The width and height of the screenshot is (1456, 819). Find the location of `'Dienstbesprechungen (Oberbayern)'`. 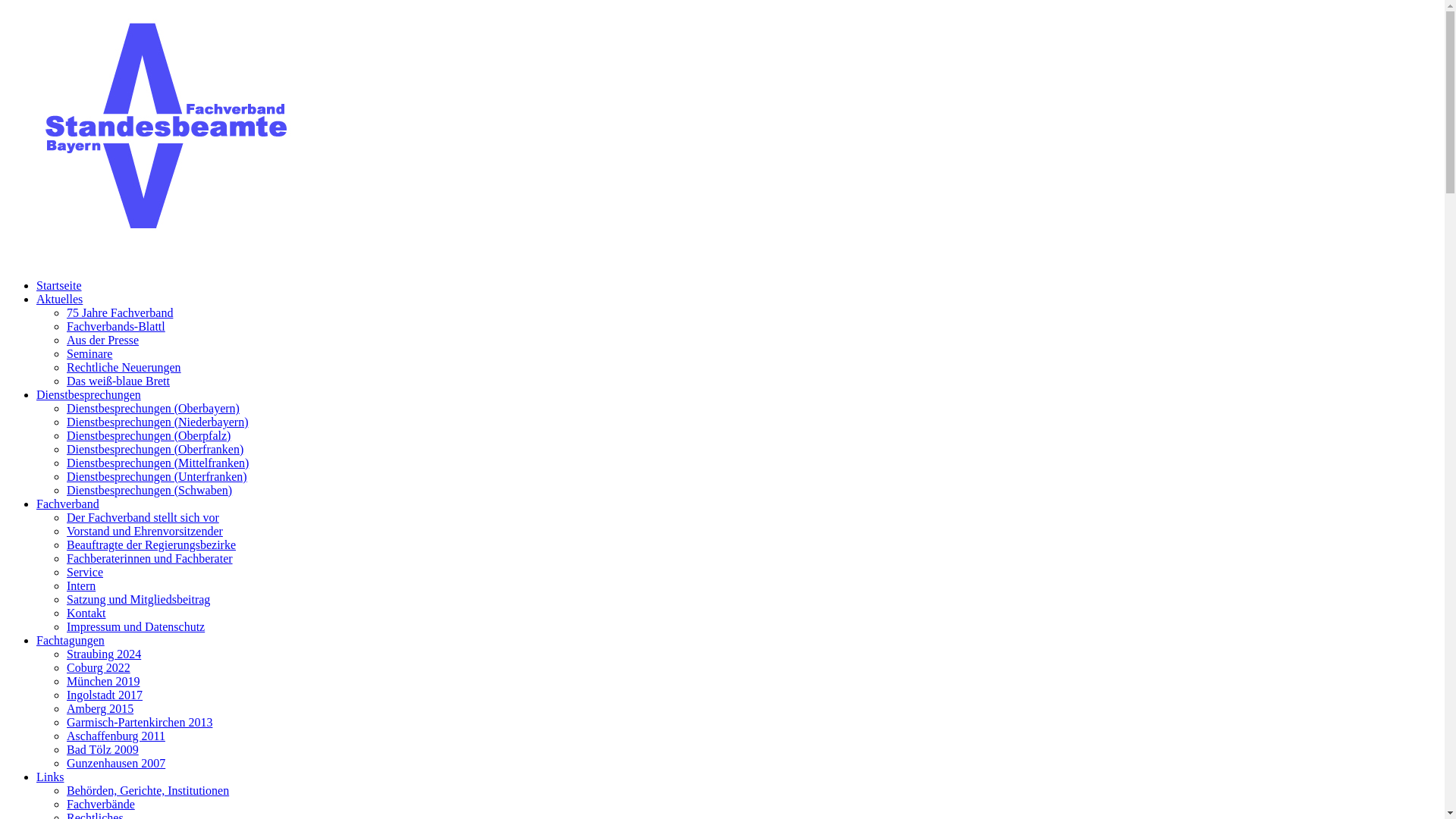

'Dienstbesprechungen (Oberbayern)' is located at coordinates (152, 407).